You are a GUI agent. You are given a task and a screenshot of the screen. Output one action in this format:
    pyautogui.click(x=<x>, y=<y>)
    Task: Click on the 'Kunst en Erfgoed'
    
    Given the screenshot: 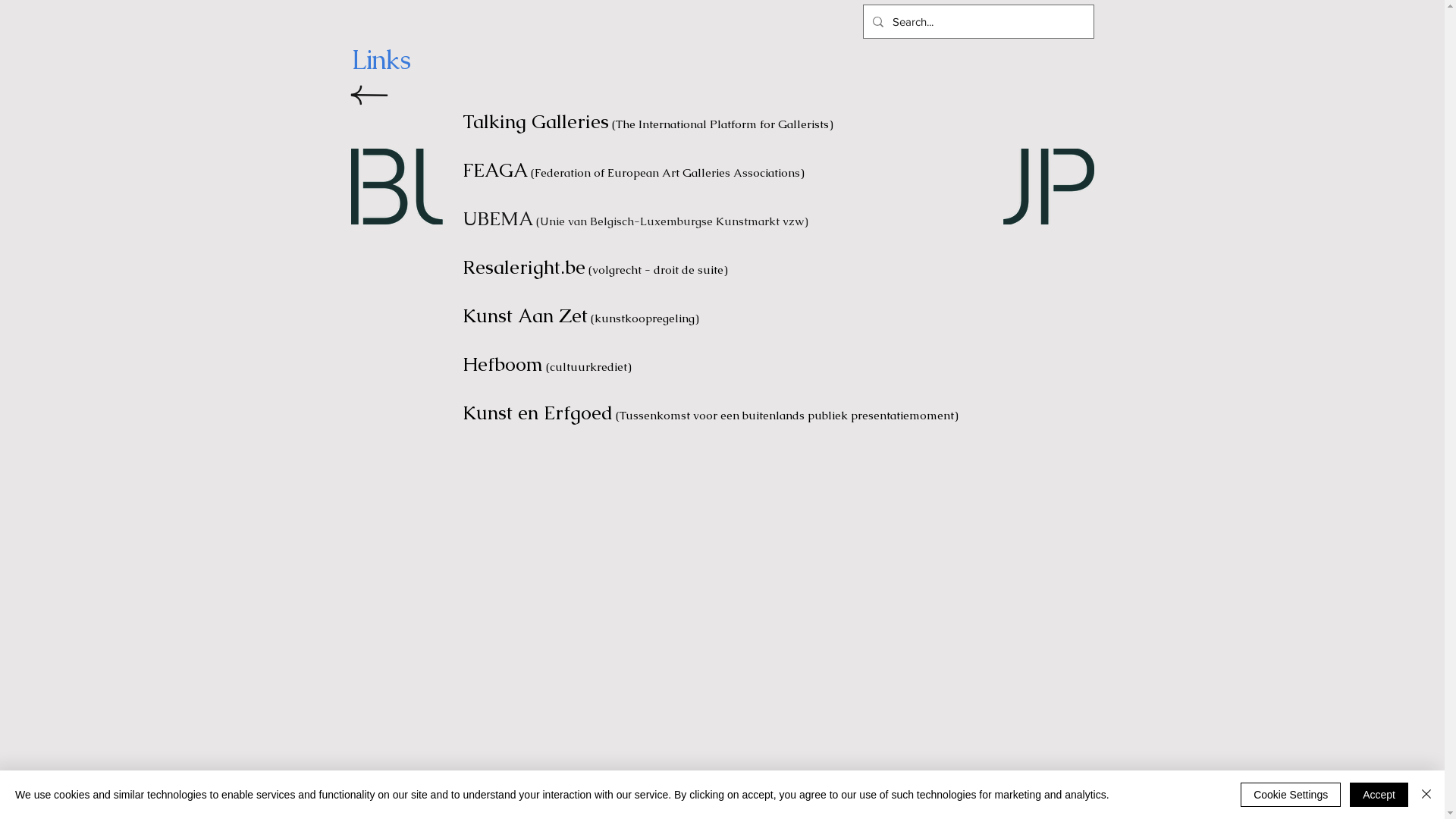 What is the action you would take?
    pyautogui.click(x=538, y=412)
    